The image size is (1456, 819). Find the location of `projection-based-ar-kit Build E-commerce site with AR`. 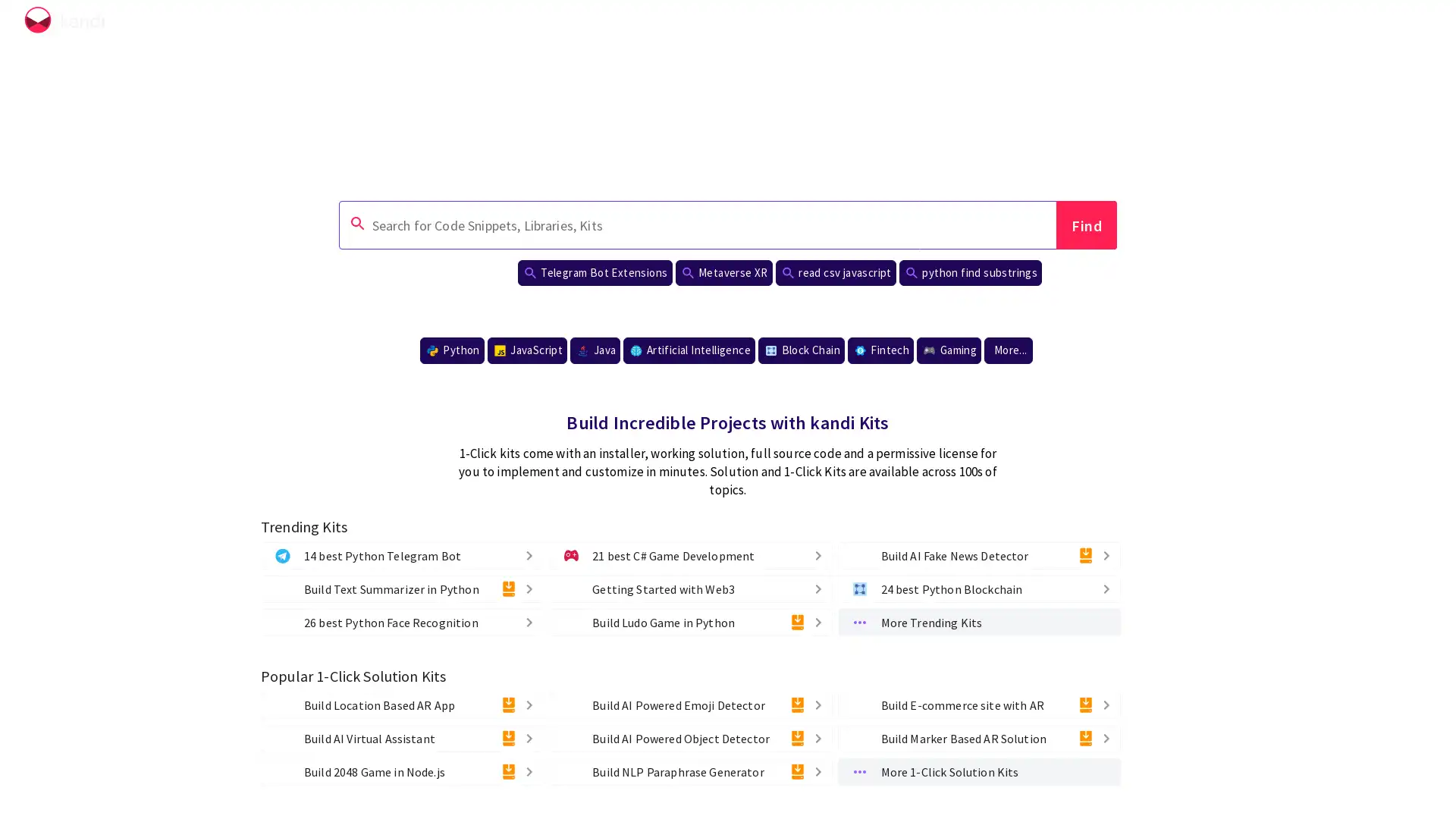

projection-based-ar-kit Build E-commerce site with AR is located at coordinates (978, 704).